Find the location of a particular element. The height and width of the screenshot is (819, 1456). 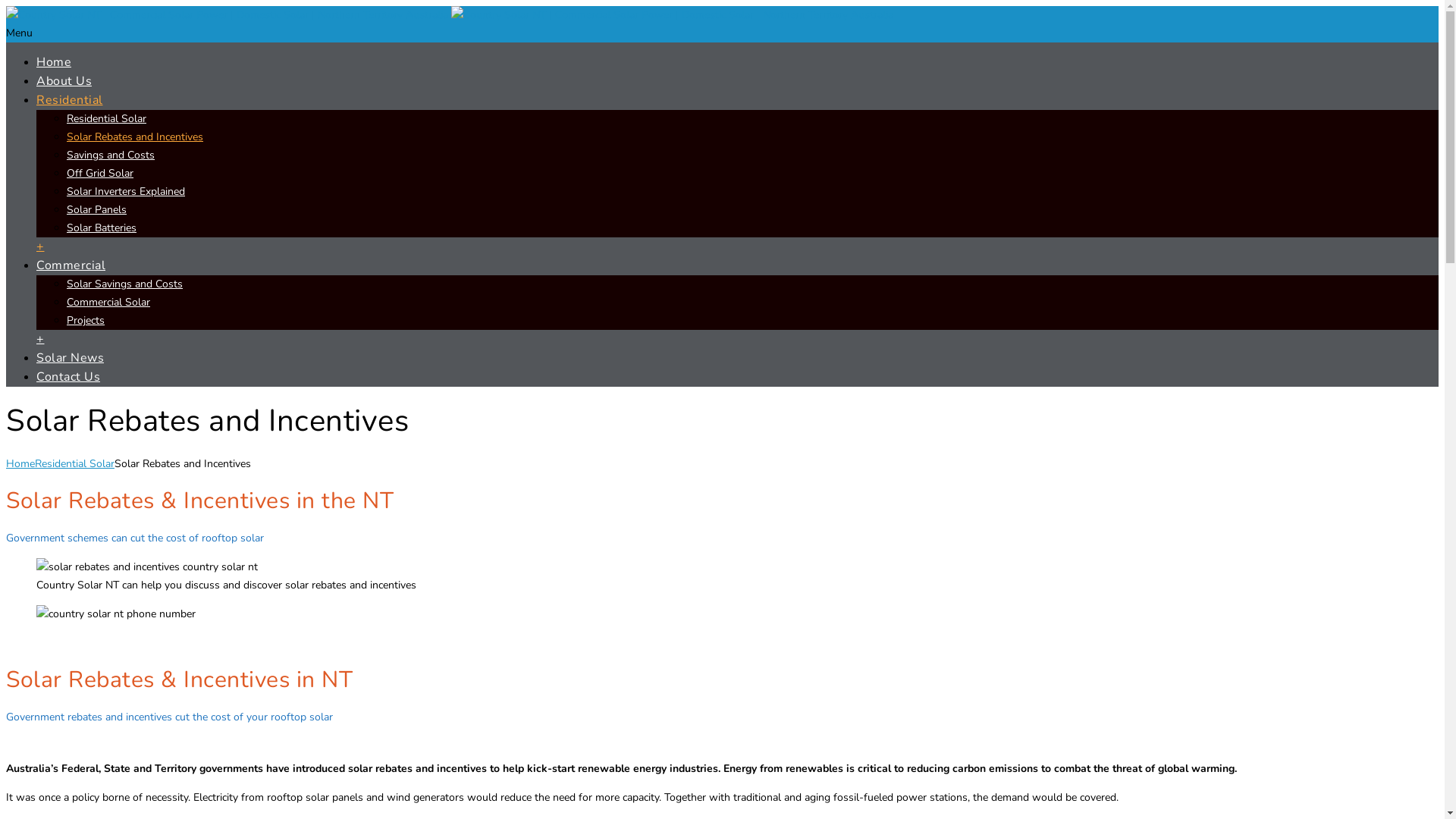

'Home' is located at coordinates (36, 61).